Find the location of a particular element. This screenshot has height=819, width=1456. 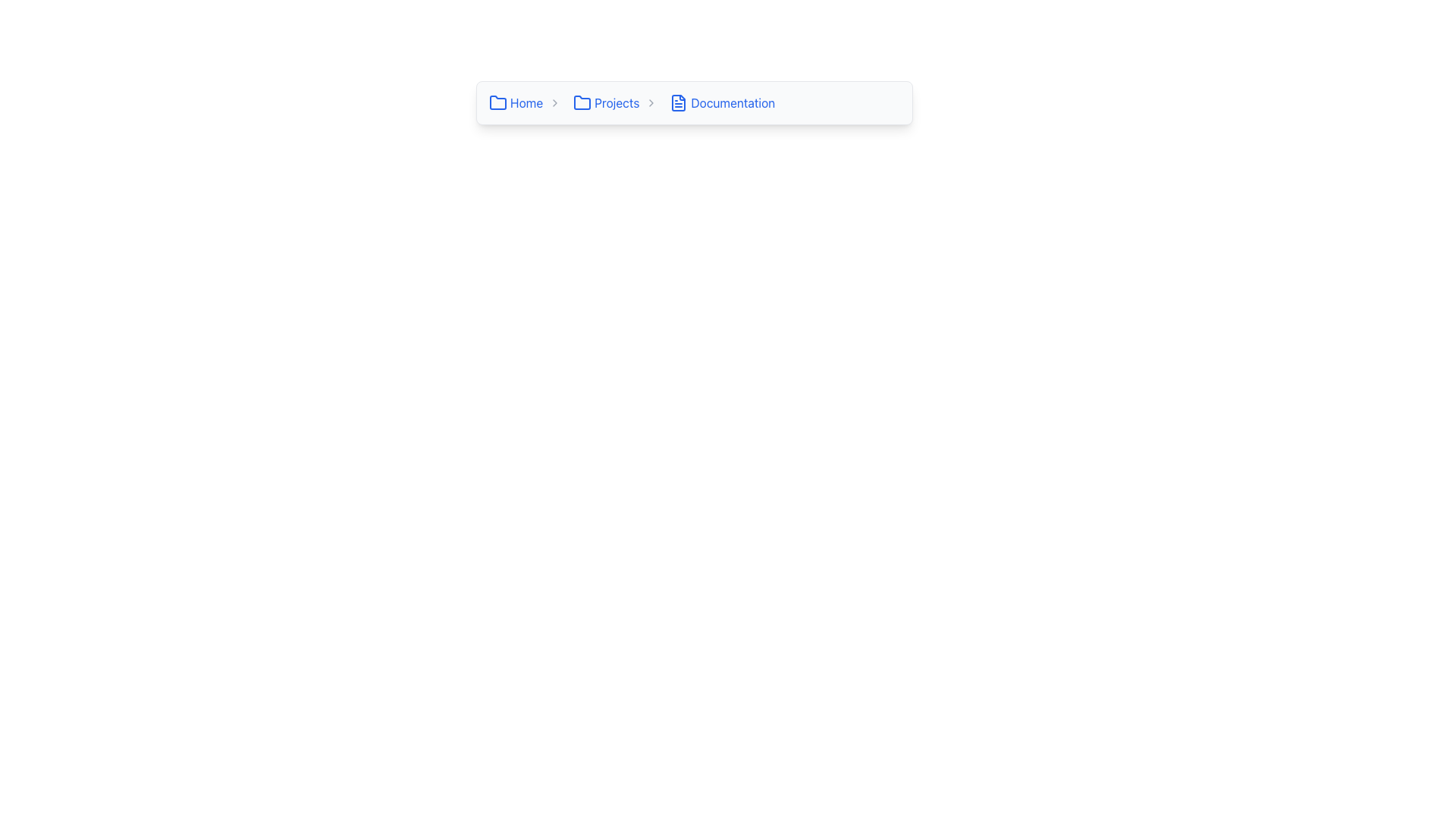

the 'Home' breadcrumb link represented by the leftmost SVG icon in the breadcrumb navigation bar is located at coordinates (498, 102).